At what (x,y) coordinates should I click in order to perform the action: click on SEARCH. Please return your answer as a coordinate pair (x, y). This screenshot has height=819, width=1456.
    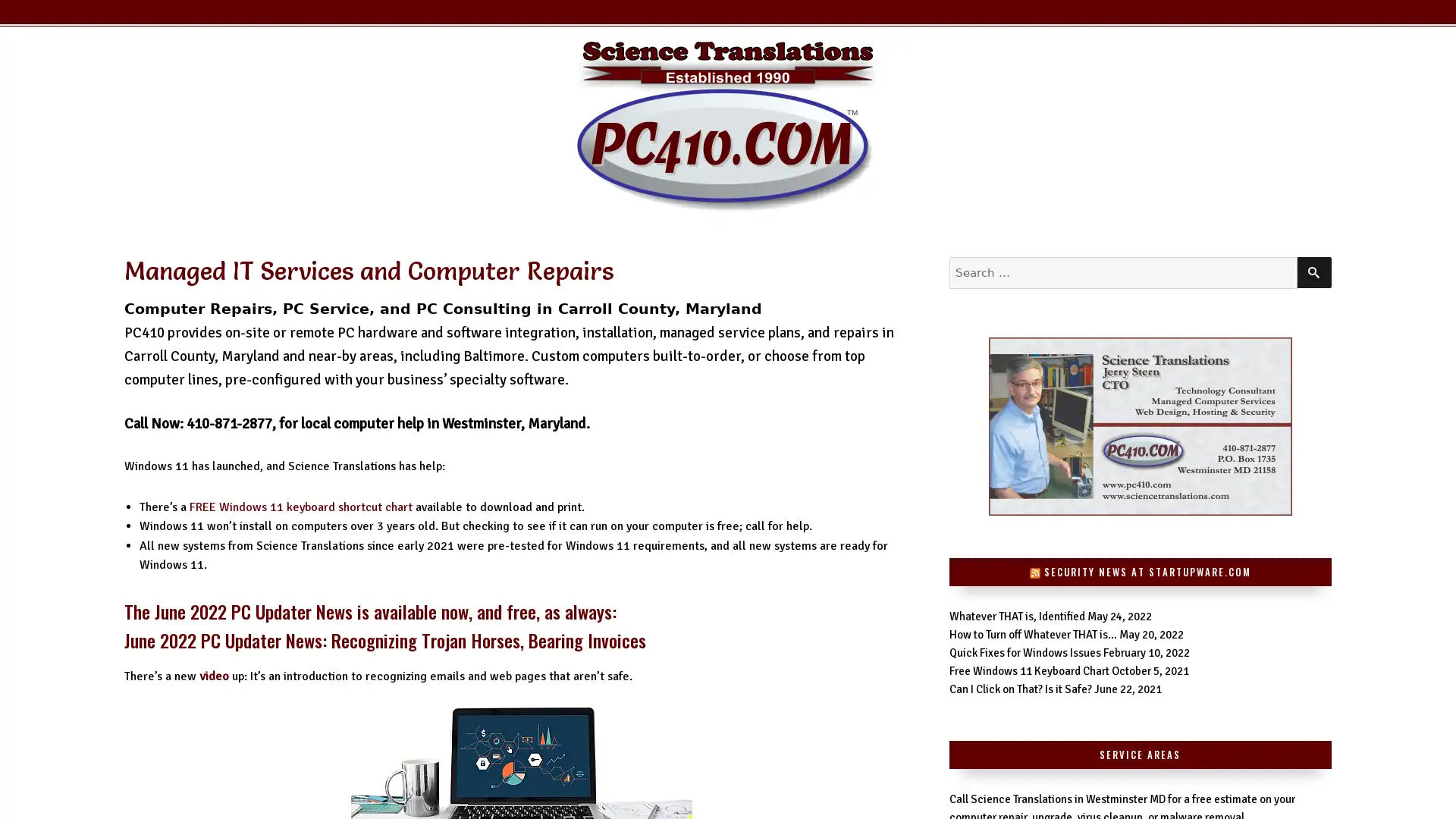
    Looking at the image, I should click on (1313, 271).